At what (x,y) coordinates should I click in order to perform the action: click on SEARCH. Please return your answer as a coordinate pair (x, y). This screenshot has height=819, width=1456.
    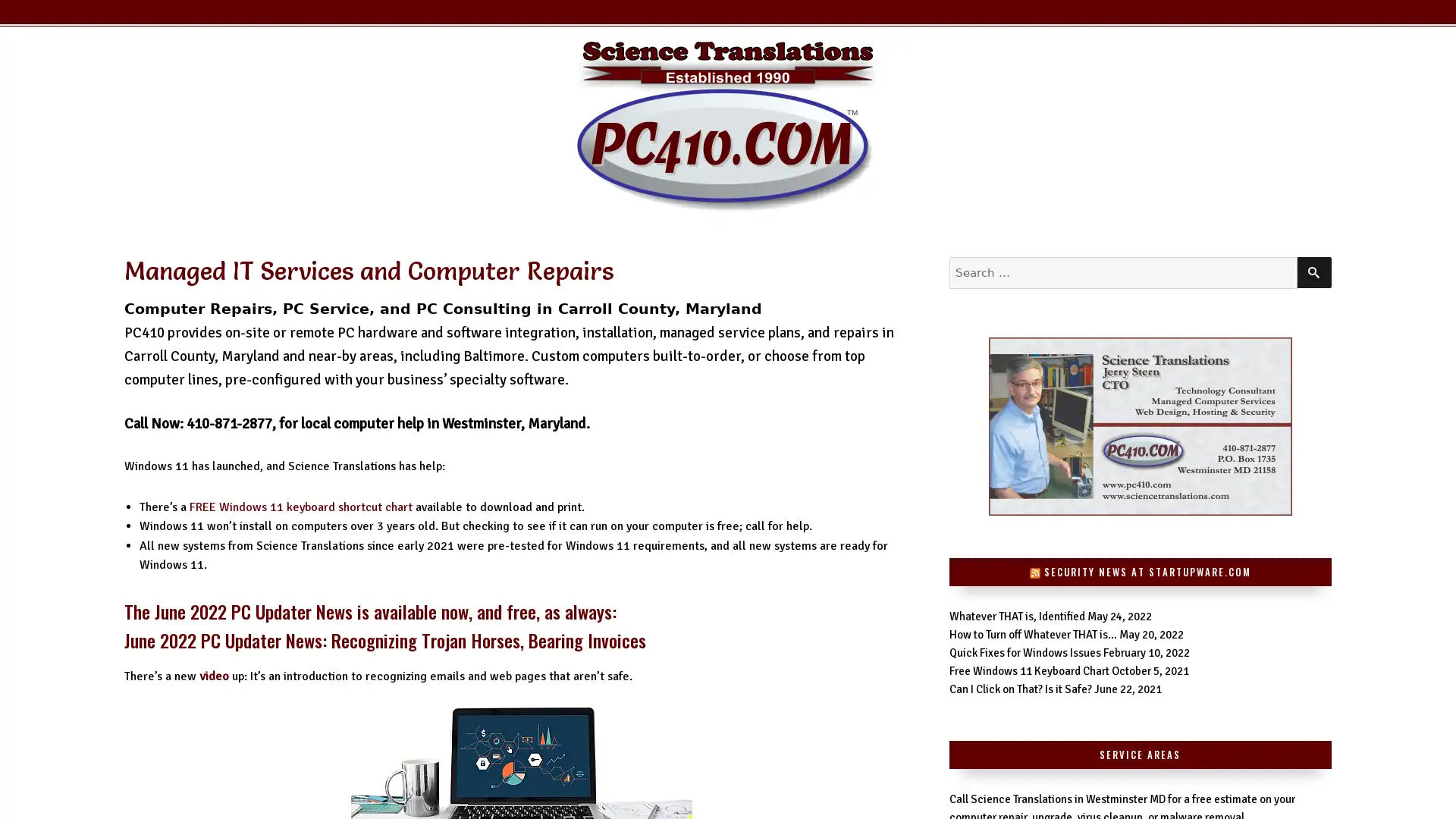
    Looking at the image, I should click on (1313, 271).